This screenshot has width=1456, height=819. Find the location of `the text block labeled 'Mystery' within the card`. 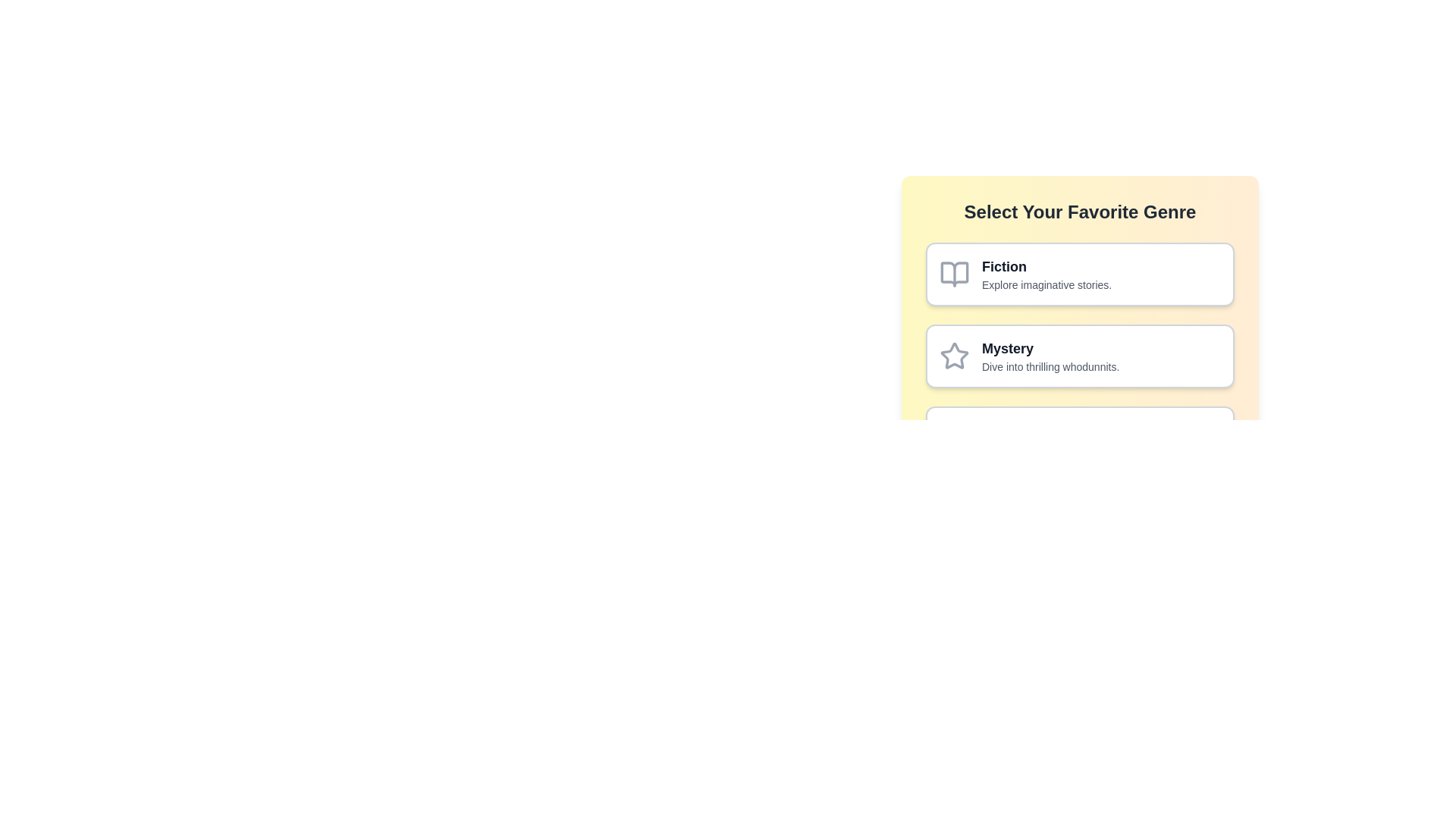

the text block labeled 'Mystery' within the card is located at coordinates (1050, 356).